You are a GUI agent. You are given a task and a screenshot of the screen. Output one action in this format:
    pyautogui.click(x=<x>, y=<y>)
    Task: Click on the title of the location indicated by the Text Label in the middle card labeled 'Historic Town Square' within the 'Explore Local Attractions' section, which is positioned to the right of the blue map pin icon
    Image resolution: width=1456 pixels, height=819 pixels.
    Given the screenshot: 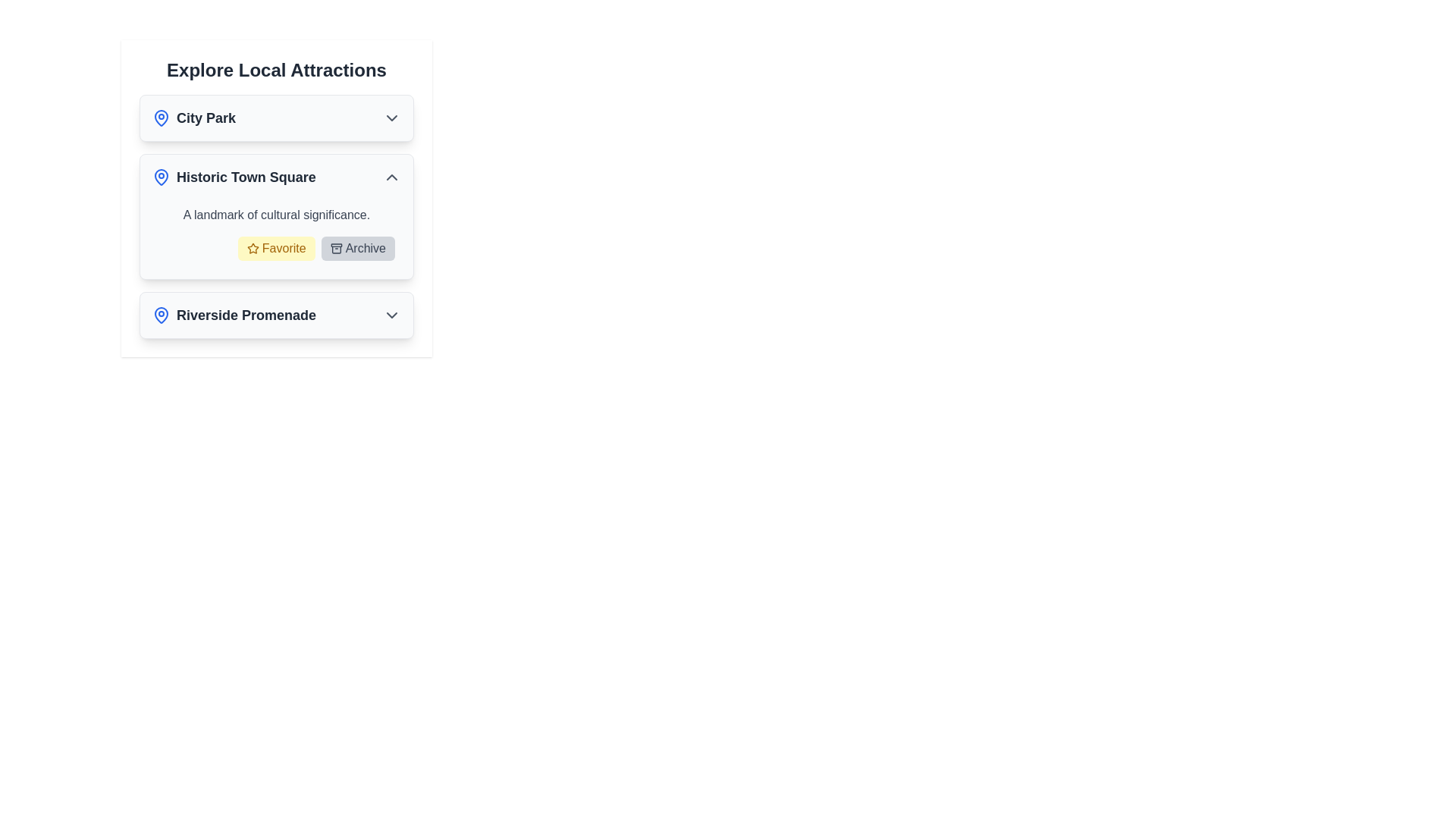 What is the action you would take?
    pyautogui.click(x=246, y=177)
    